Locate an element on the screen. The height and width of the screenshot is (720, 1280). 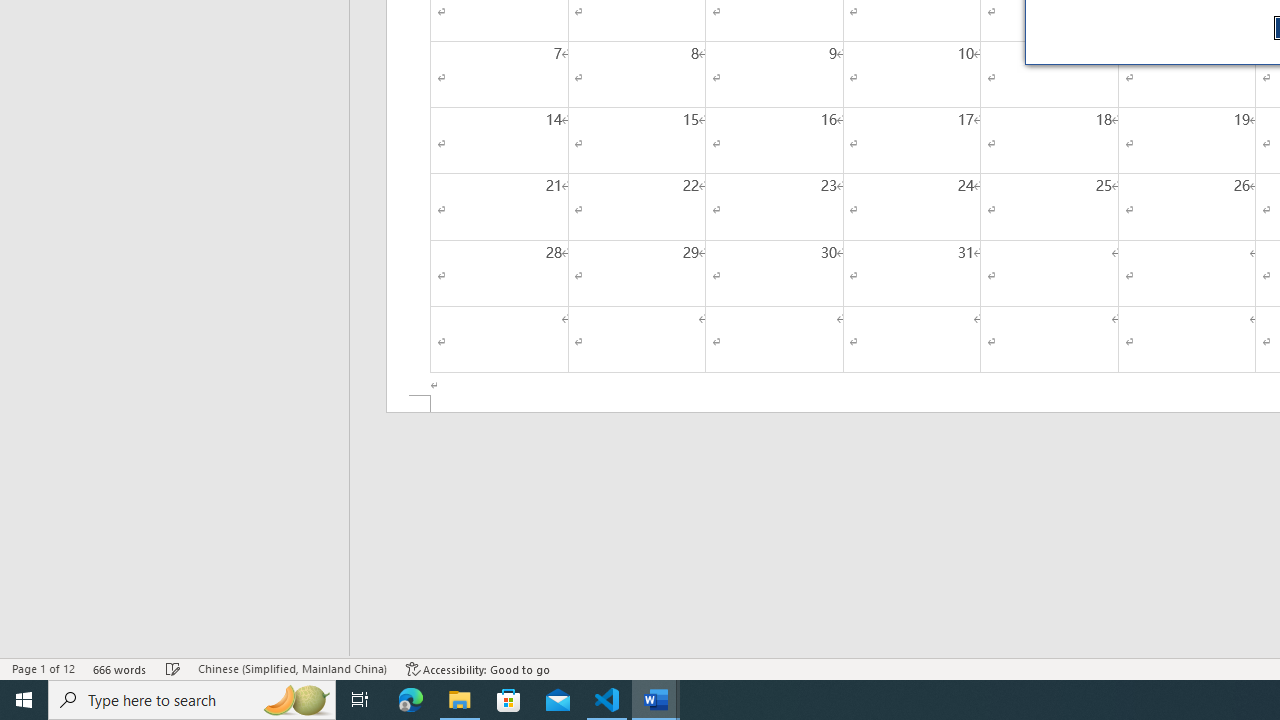
'Page Number Page 1 of 12' is located at coordinates (43, 669).